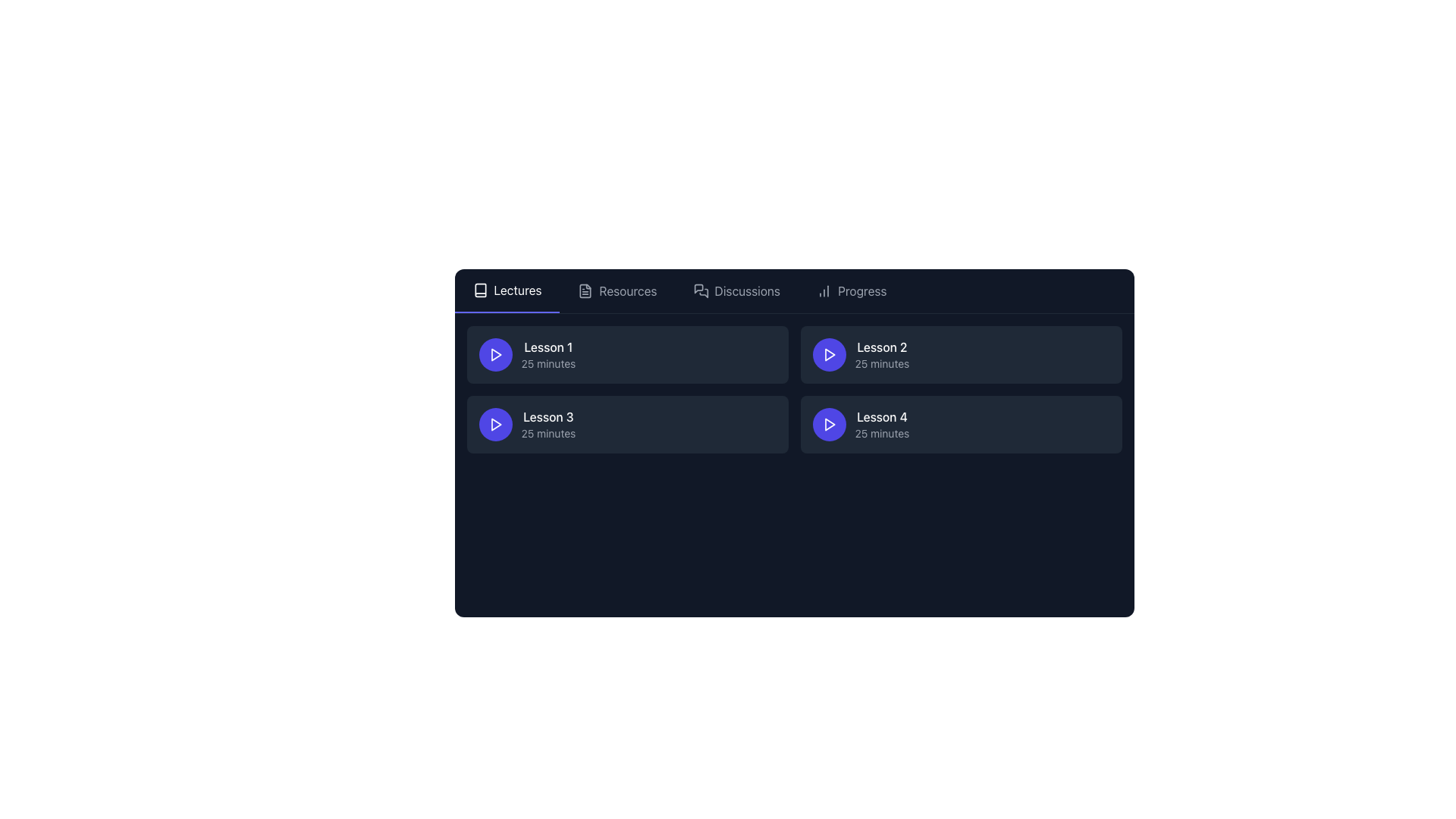 The height and width of the screenshot is (819, 1456). Describe the element at coordinates (736, 291) in the screenshot. I see `to select the 'Discussions' tab, which is the third item in the navigation bar located at the top of the interface` at that location.